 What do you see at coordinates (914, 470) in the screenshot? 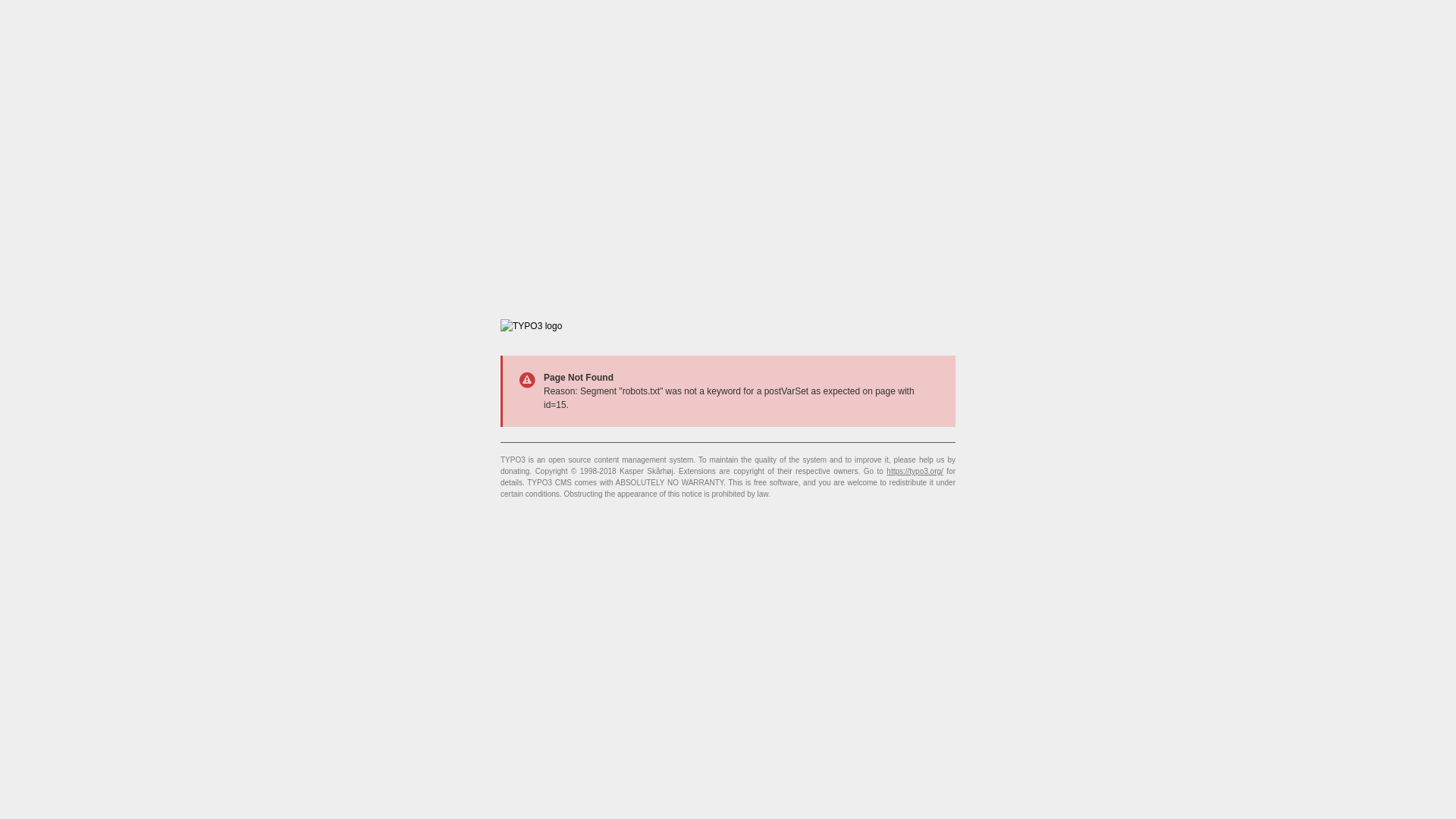
I see `'https://typo3.org/'` at bounding box center [914, 470].